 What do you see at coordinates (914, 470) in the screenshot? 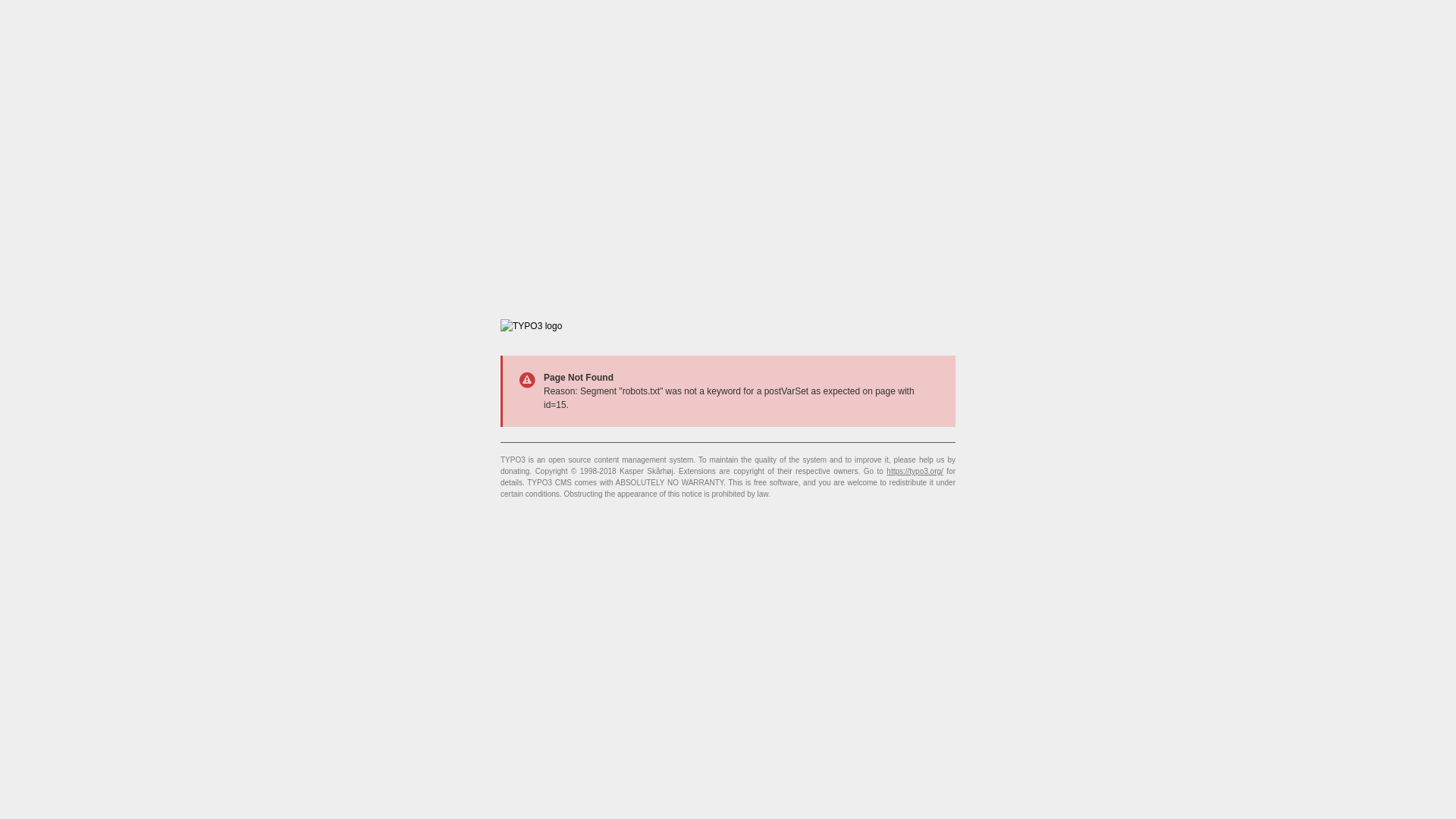
I see `'https://typo3.org/'` at bounding box center [914, 470].